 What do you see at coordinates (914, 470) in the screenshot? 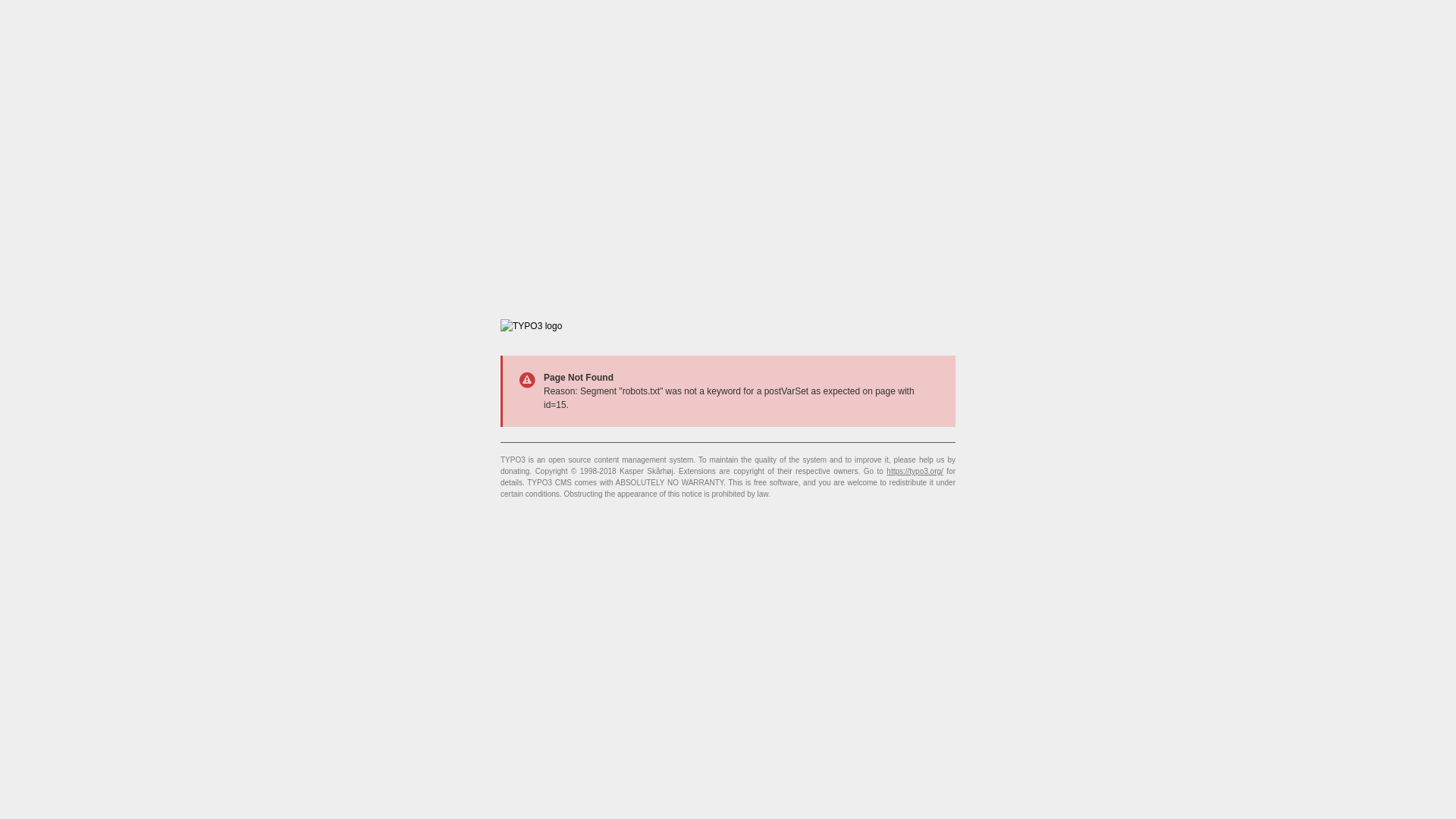
I see `'https://typo3.org/'` at bounding box center [914, 470].